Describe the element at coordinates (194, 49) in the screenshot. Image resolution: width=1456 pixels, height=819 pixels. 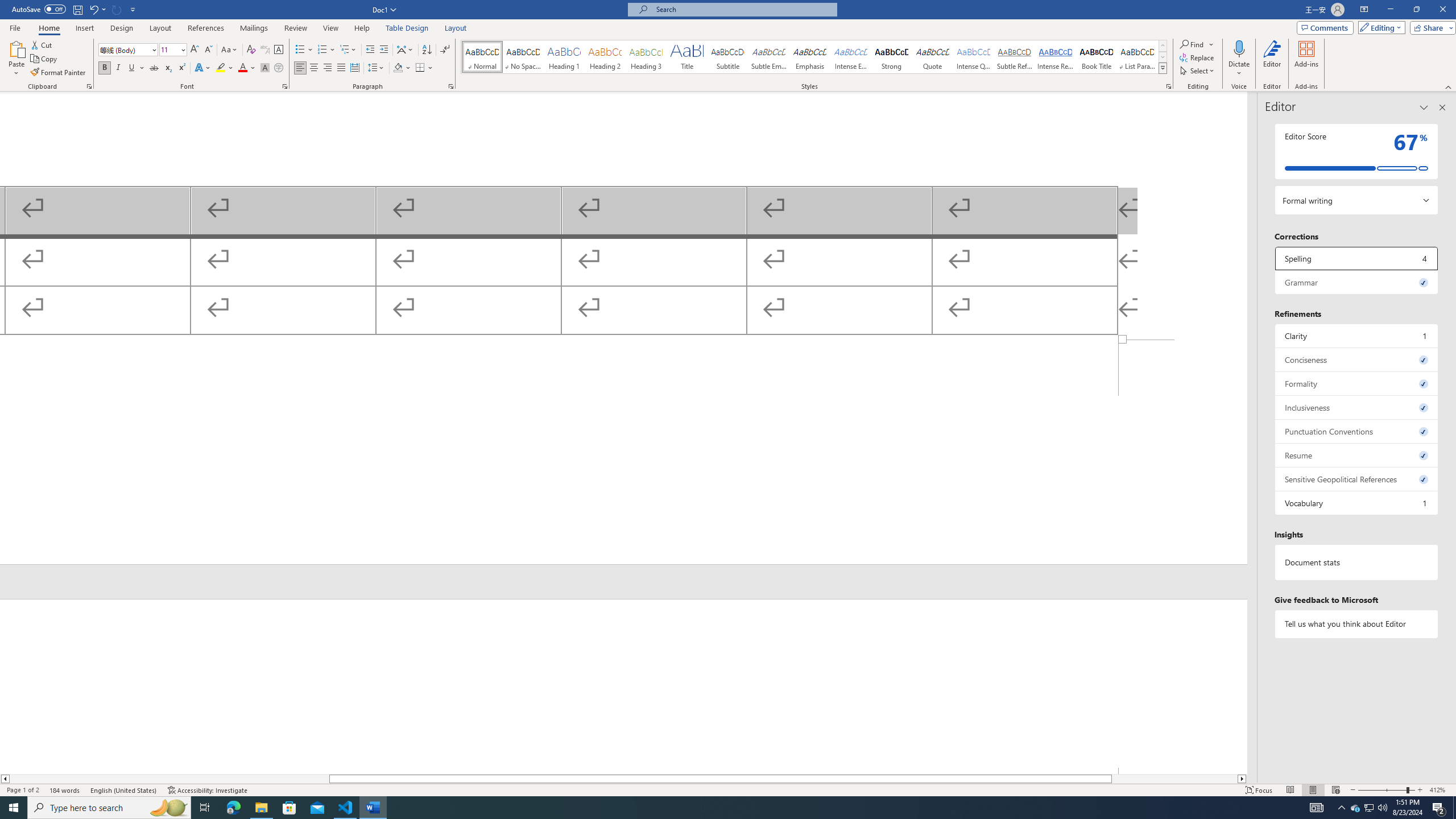
I see `'Grow Font'` at that location.